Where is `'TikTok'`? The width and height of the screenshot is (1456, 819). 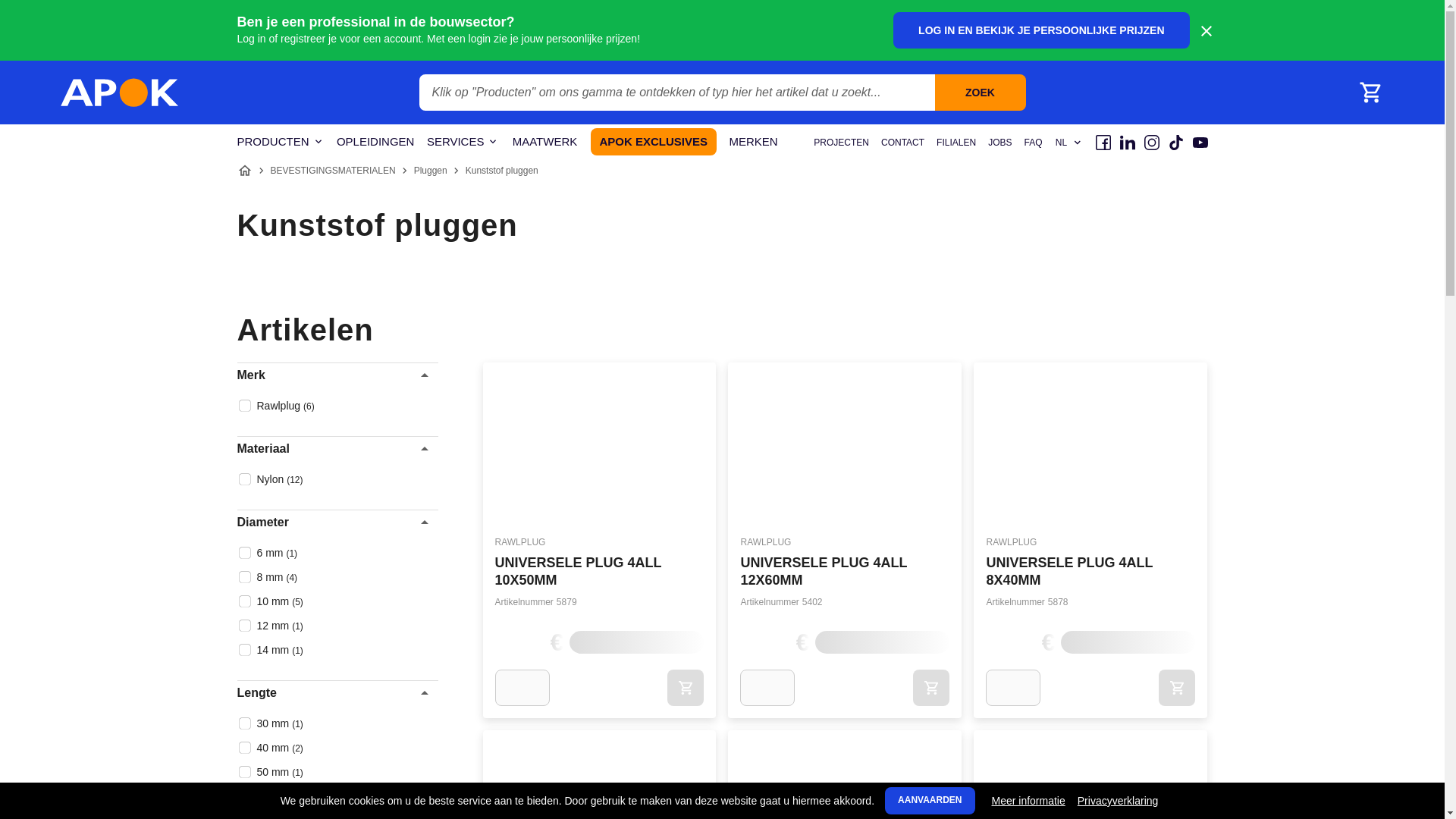 'TikTok' is located at coordinates (1175, 143).